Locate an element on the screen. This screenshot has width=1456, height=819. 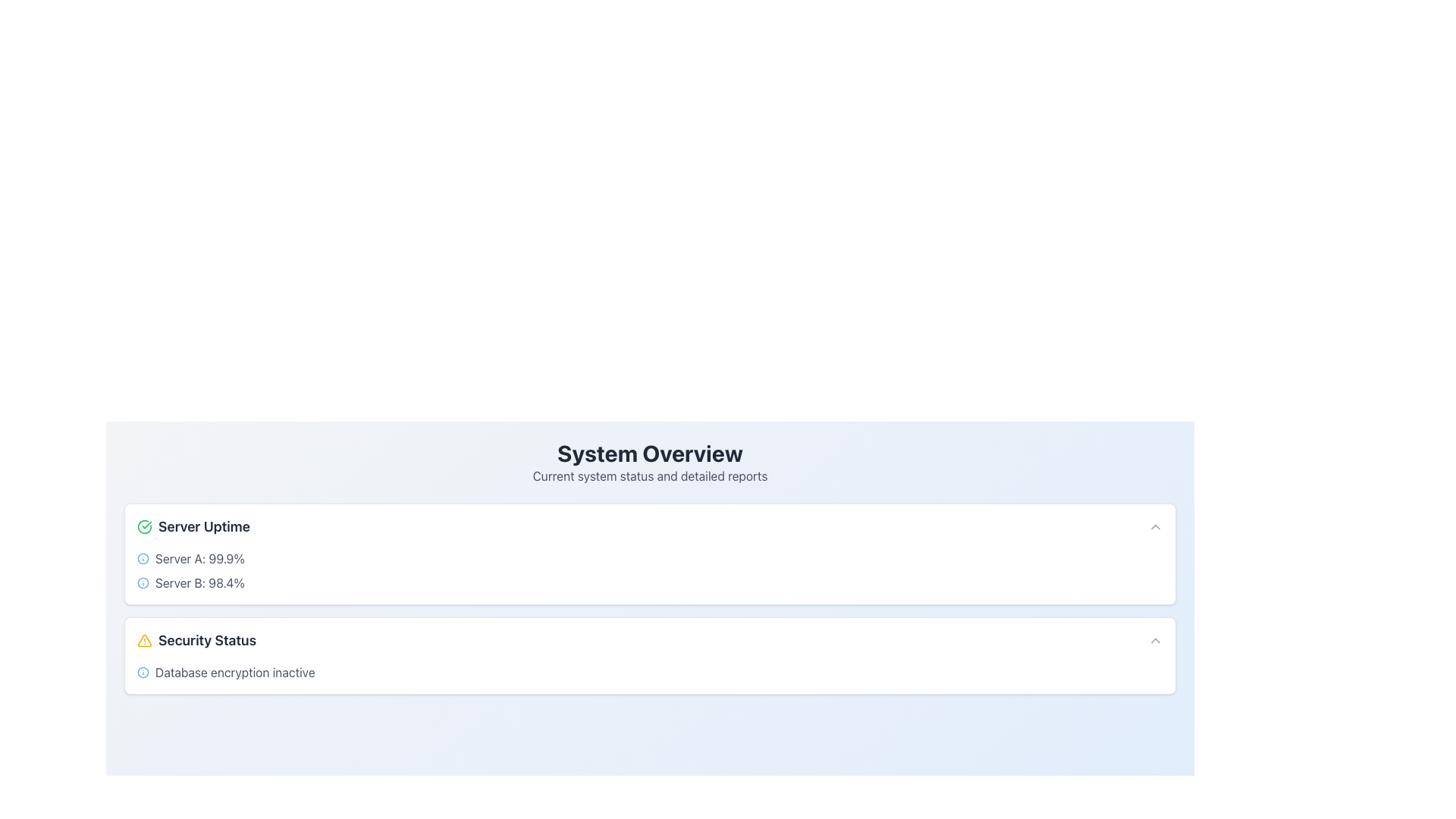
the Label or Section Header with Icon that provides the current security status of the system, located beneath the 'Server Uptime' section is located at coordinates (196, 640).